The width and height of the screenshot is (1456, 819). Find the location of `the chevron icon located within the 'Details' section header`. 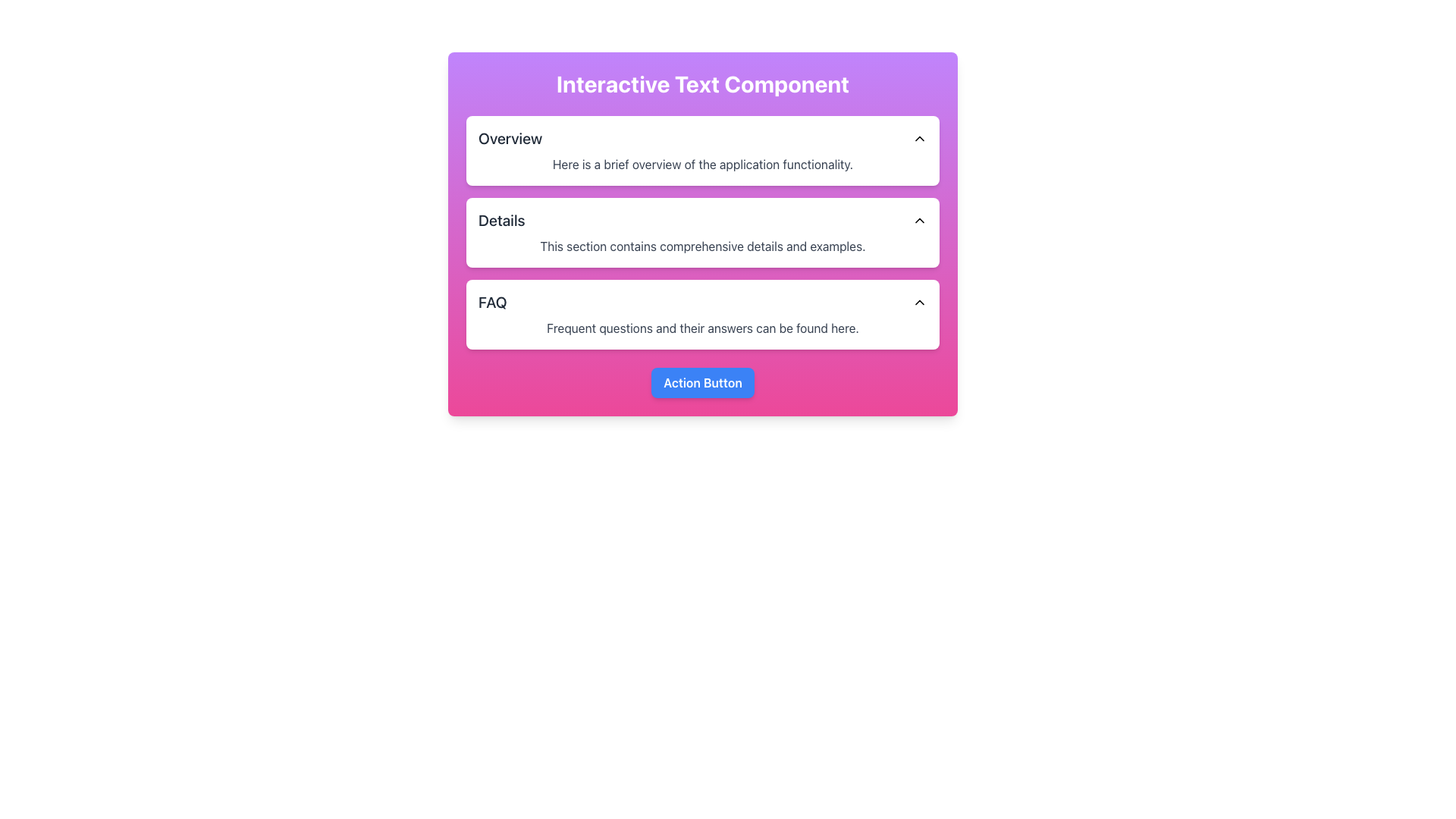

the chevron icon located within the 'Details' section header is located at coordinates (919, 220).